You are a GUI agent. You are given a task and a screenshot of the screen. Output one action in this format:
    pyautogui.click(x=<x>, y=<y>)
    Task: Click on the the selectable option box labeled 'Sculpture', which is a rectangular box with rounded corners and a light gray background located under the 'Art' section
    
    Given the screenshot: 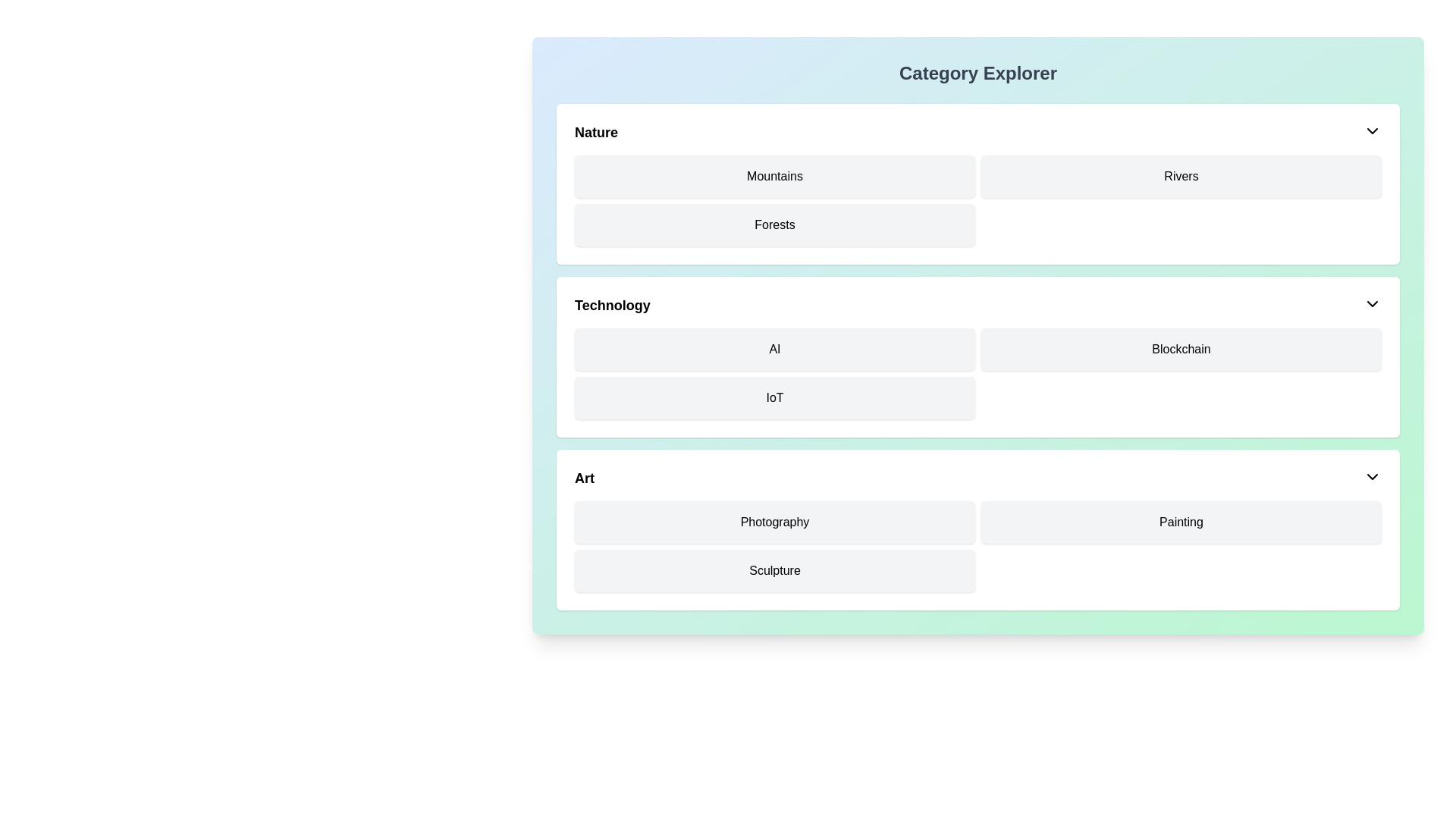 What is the action you would take?
    pyautogui.click(x=775, y=570)
    